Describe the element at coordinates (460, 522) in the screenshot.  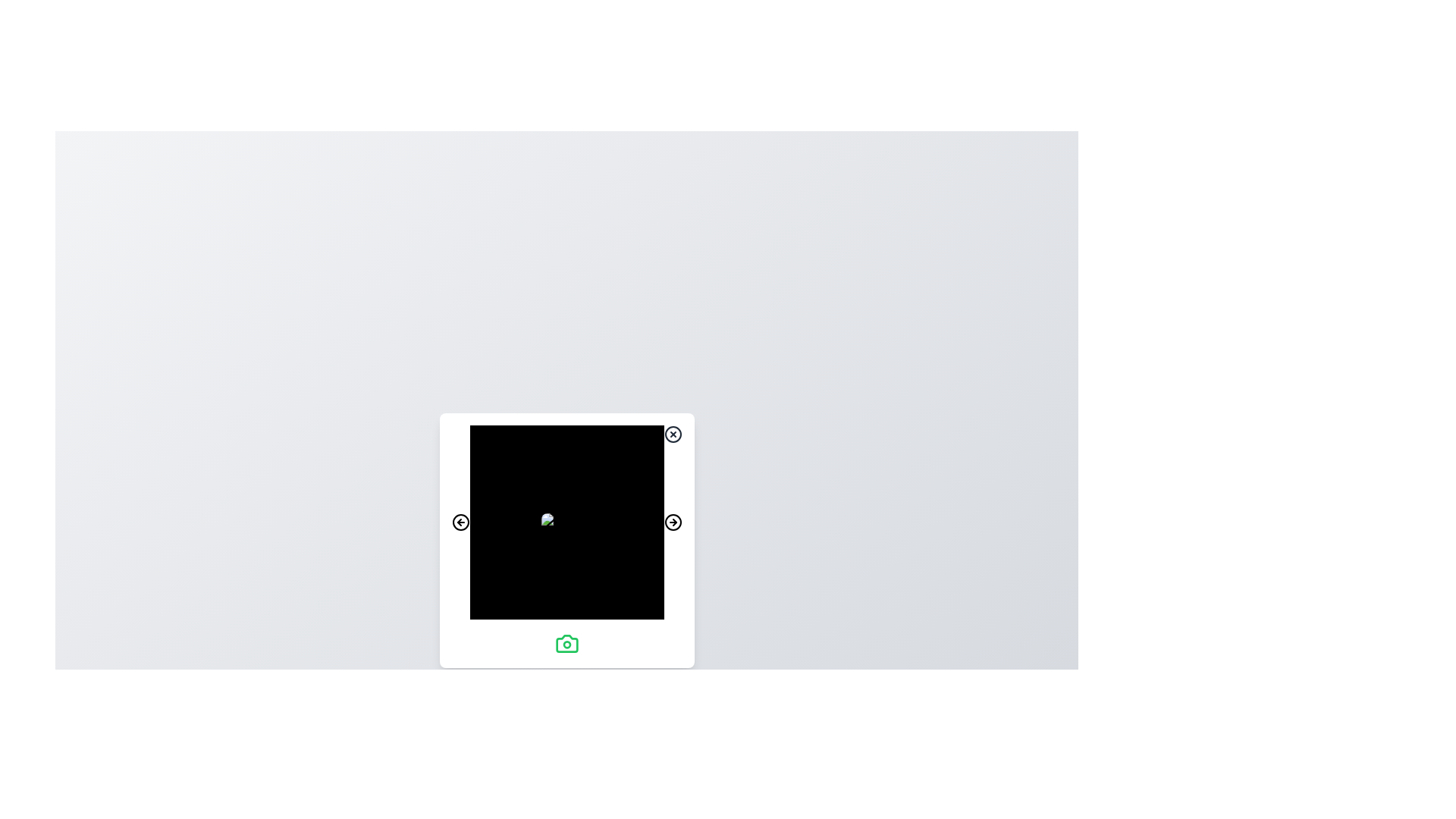
I see `the navigation button on the left side to move to the previous item in the gallery` at that location.